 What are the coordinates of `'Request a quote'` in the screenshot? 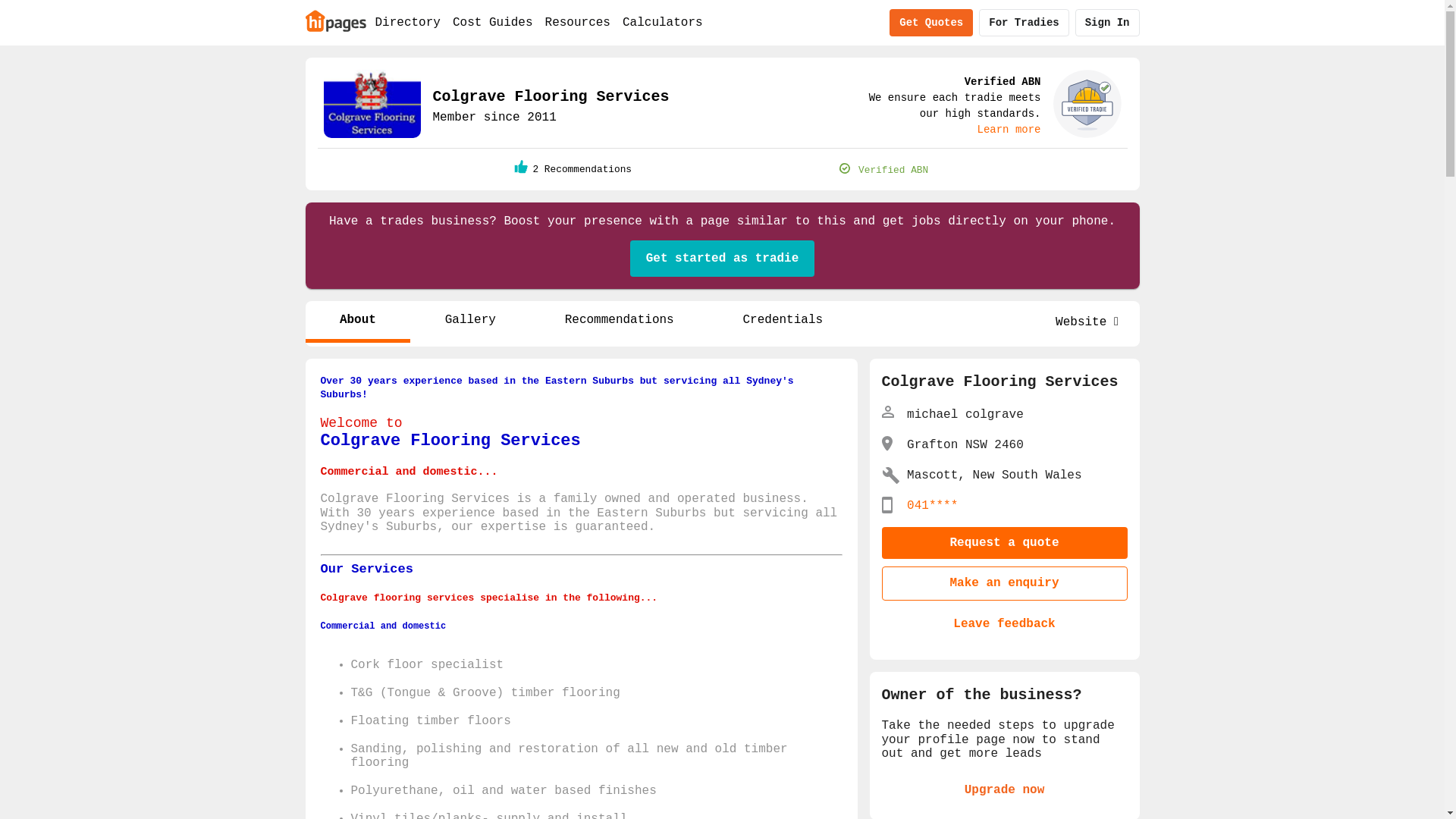 It's located at (1004, 542).